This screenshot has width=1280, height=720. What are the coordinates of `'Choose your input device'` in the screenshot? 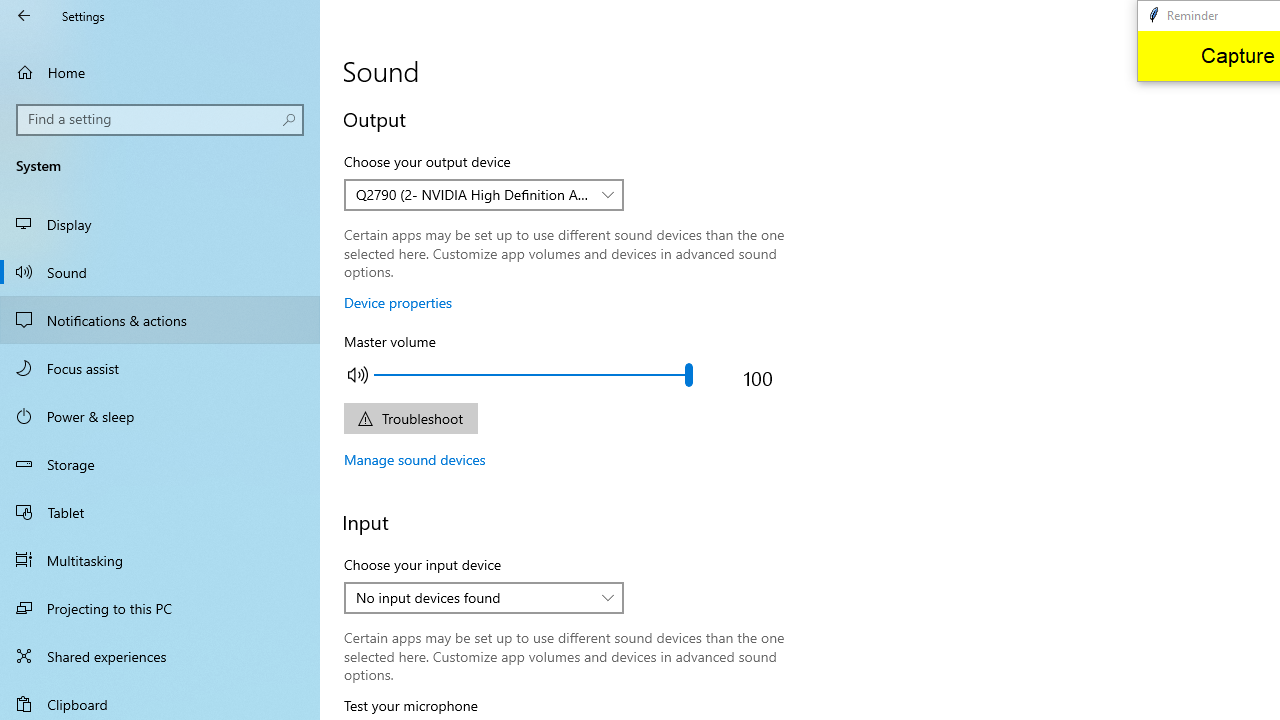 It's located at (484, 596).